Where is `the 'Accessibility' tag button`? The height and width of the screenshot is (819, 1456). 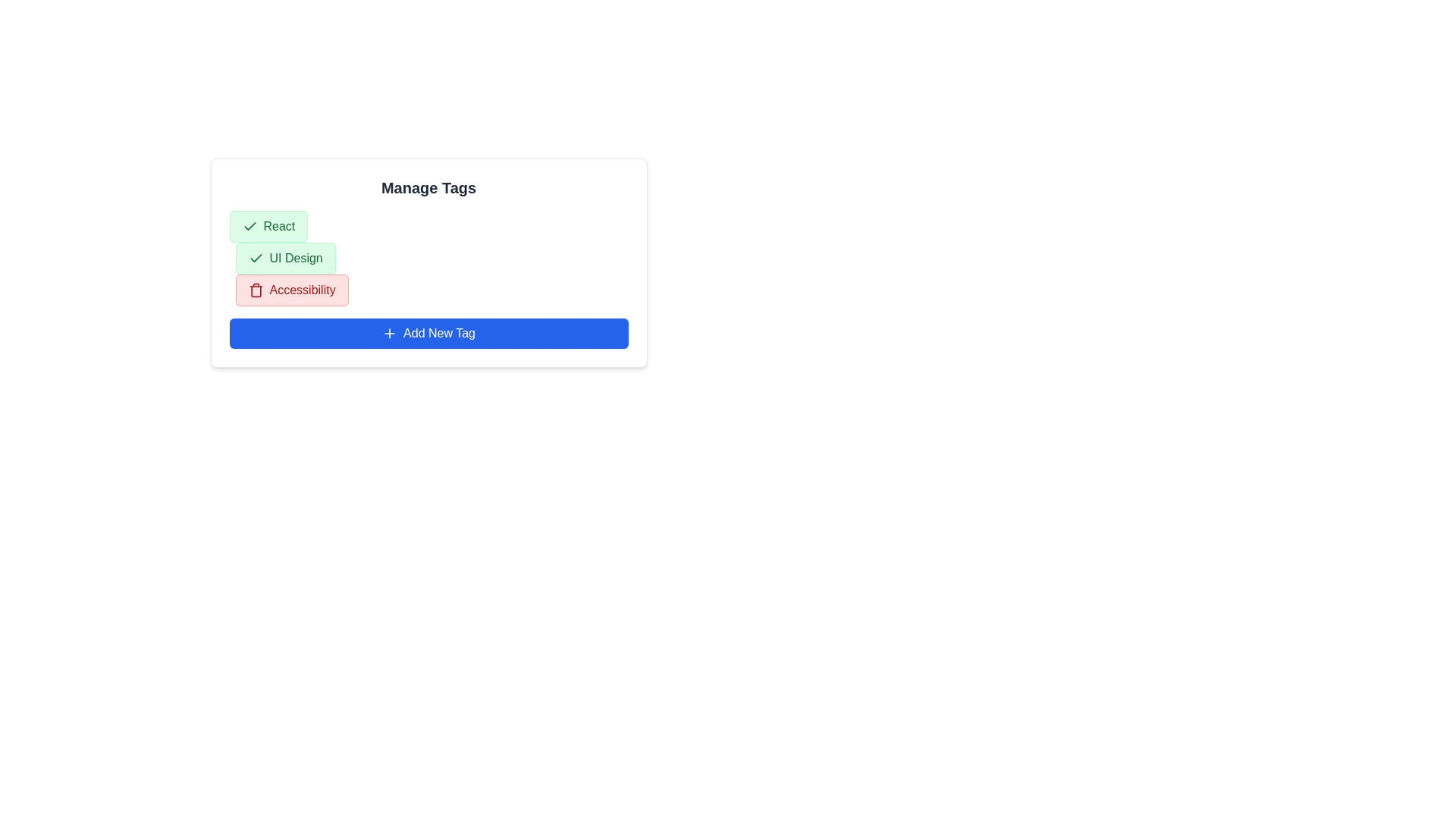 the 'Accessibility' tag button is located at coordinates (292, 290).